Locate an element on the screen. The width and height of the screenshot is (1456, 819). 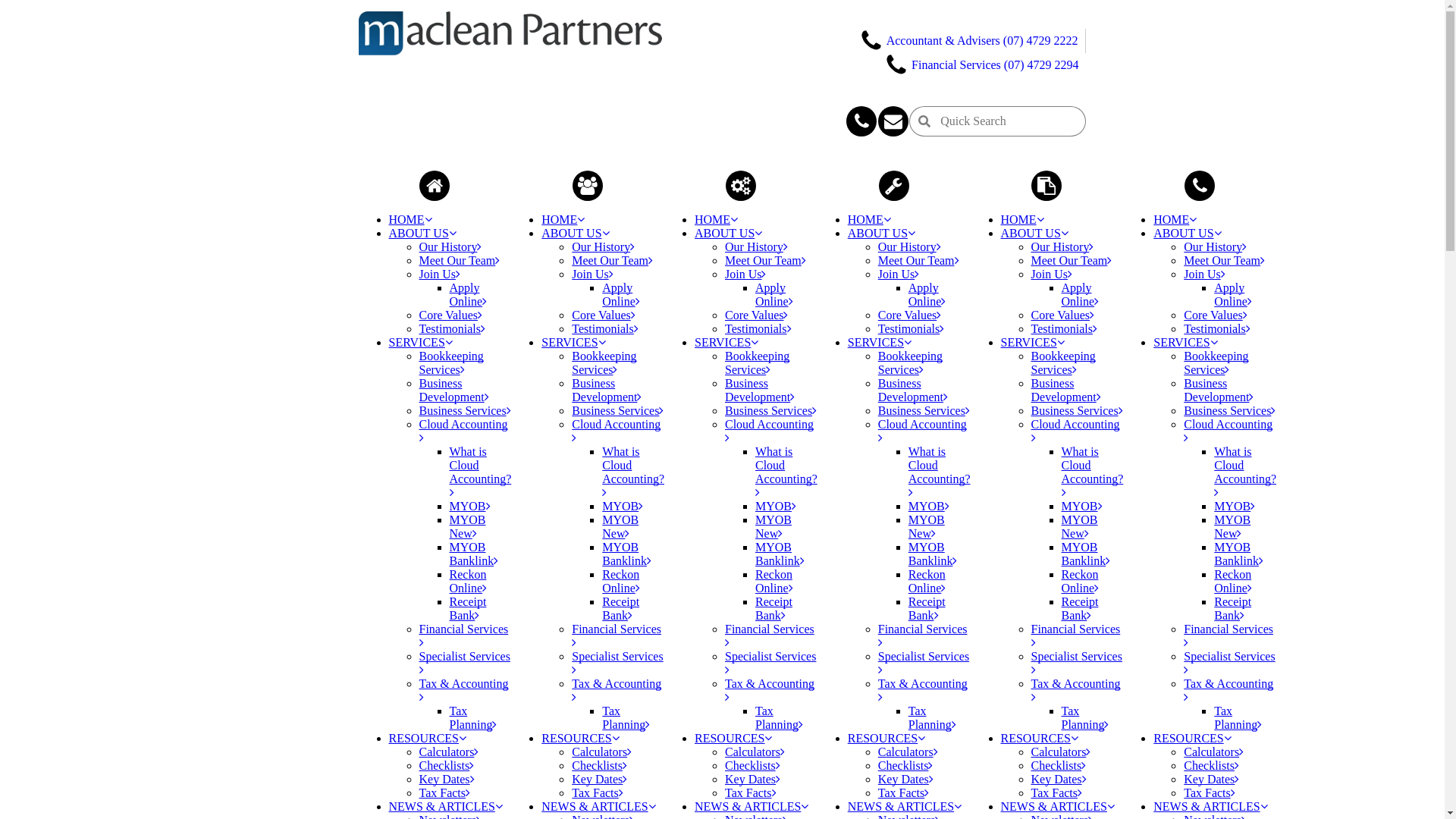
'MYOB Banklink' is located at coordinates (472, 554).